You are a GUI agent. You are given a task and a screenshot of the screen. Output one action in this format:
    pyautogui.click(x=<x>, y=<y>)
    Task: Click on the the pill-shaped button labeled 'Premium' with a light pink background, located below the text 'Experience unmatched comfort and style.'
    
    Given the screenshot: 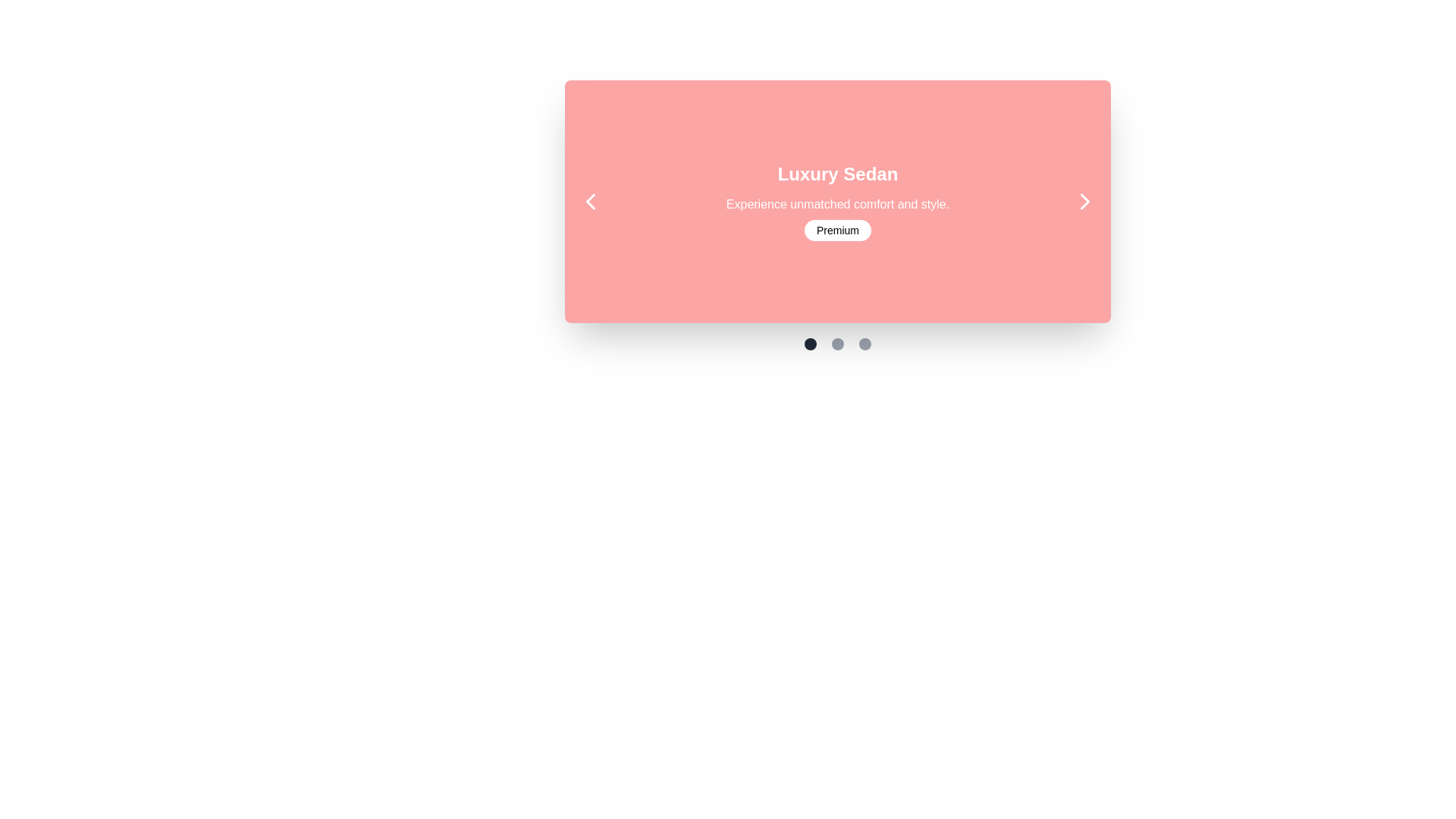 What is the action you would take?
    pyautogui.click(x=836, y=231)
    